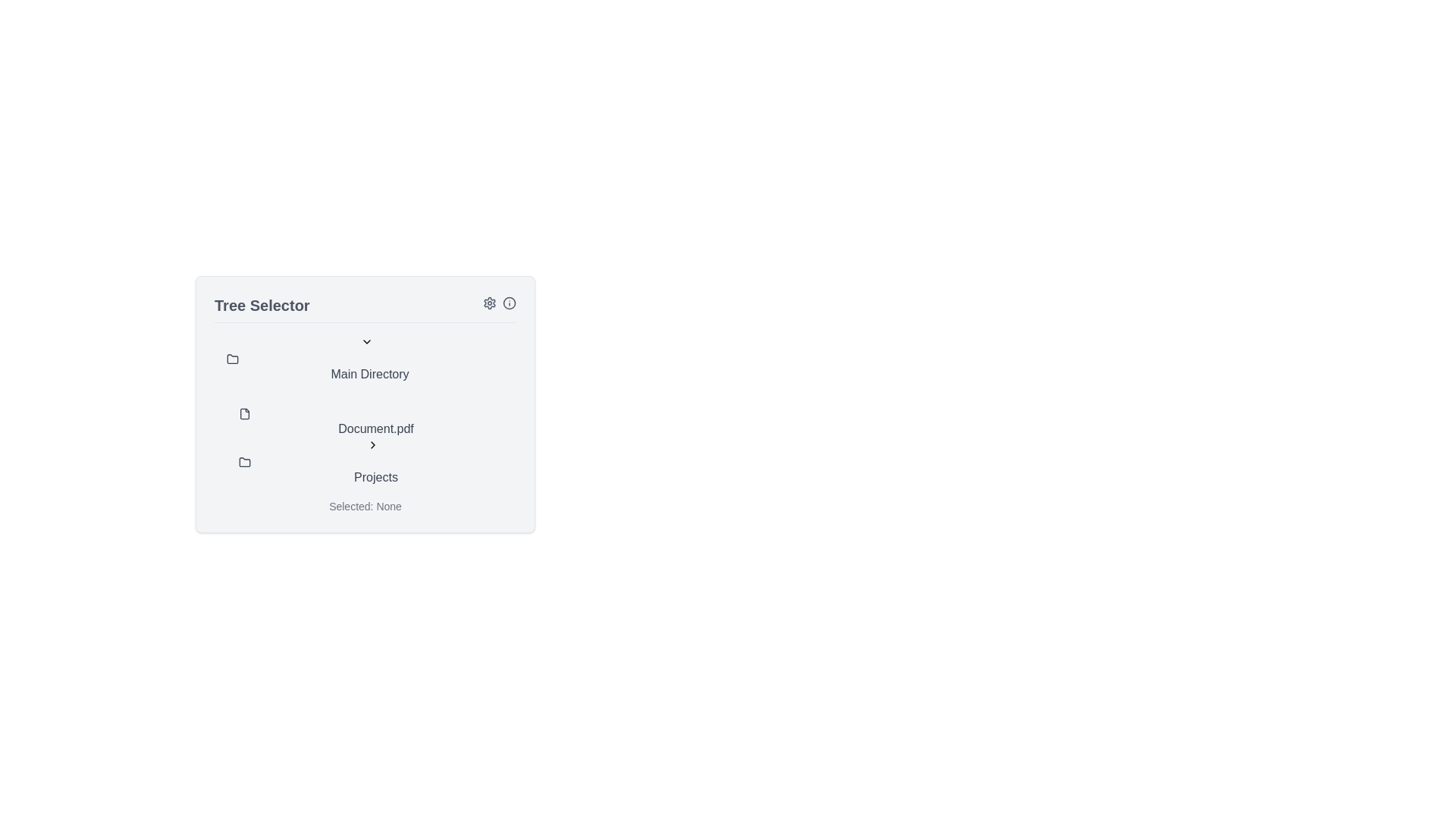  I want to click on the arrow icon button, so click(372, 444).